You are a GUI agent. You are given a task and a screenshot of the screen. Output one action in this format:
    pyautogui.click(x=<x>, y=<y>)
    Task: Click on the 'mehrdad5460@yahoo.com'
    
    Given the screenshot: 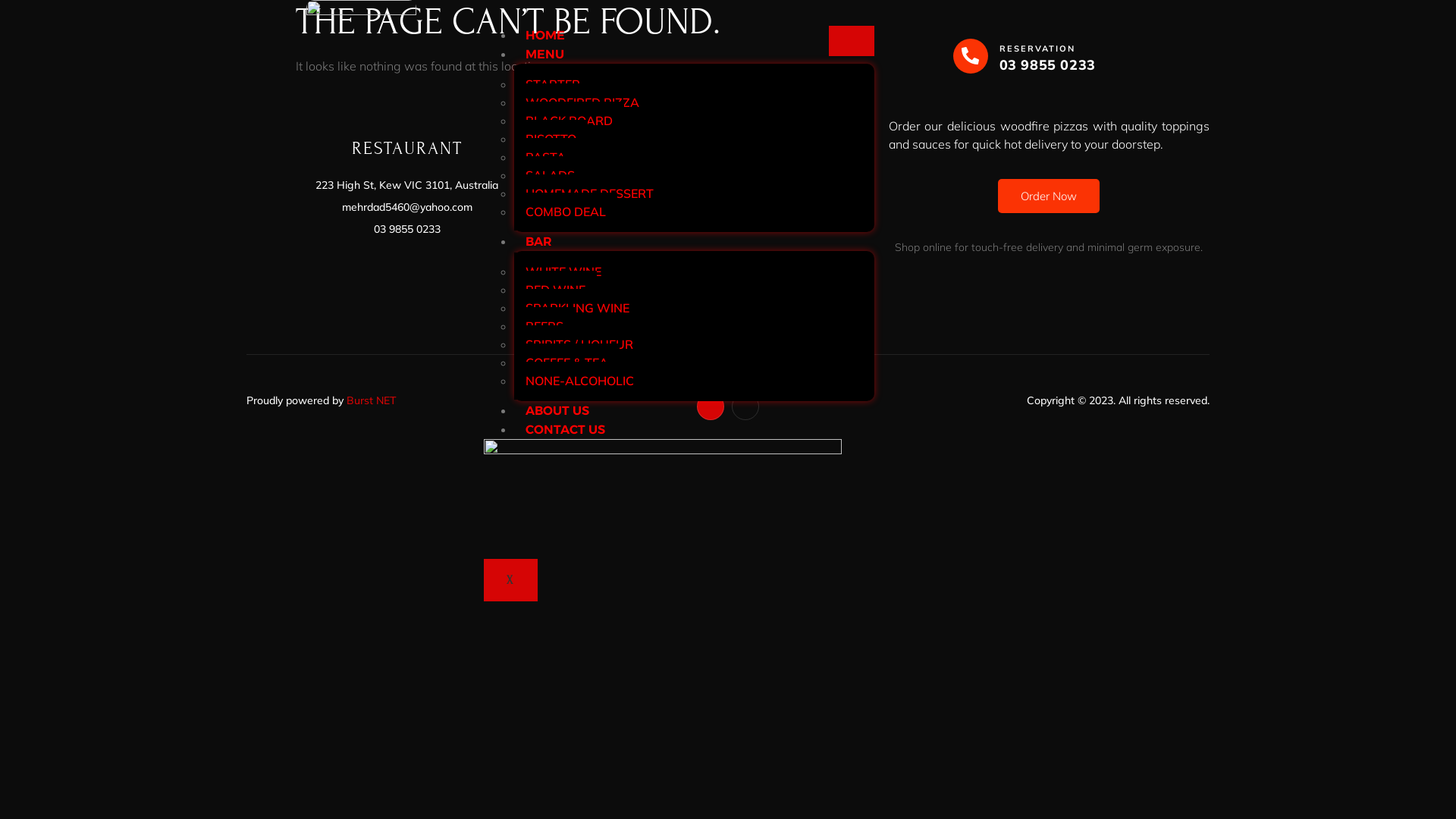 What is the action you would take?
    pyautogui.click(x=406, y=207)
    